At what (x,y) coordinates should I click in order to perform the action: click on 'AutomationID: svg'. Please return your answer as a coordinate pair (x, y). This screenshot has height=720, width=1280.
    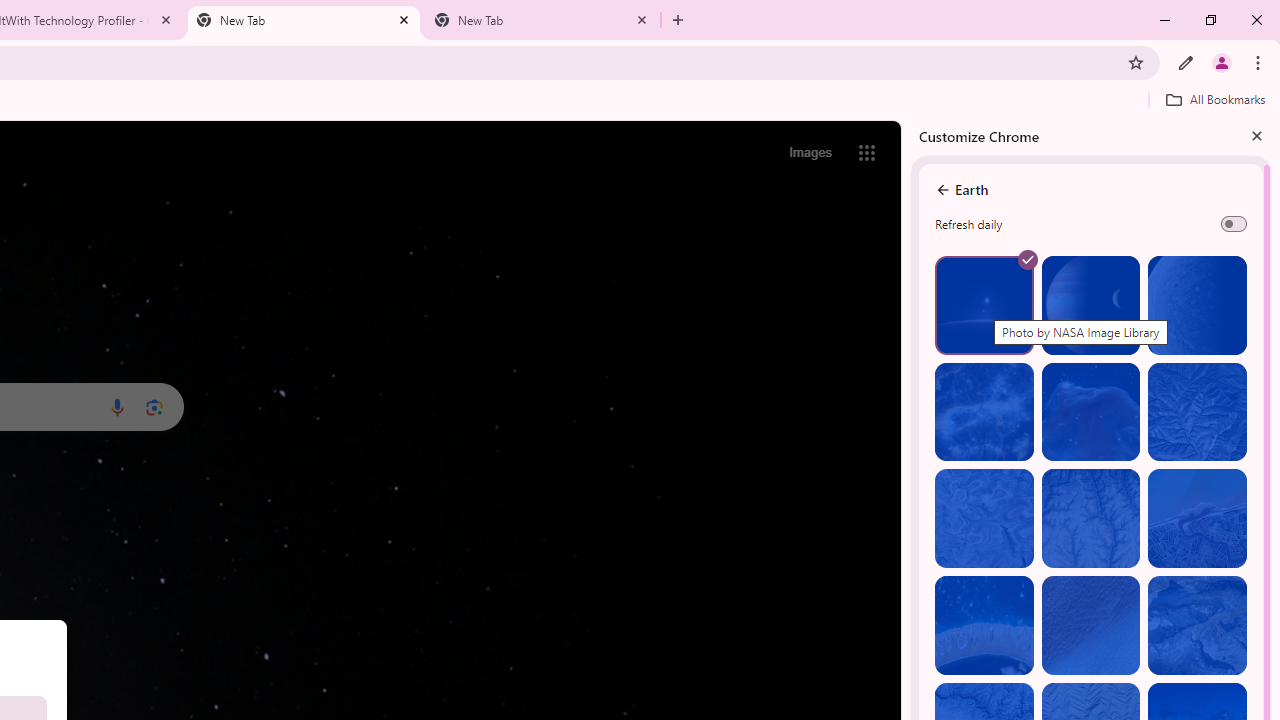
    Looking at the image, I should click on (1027, 258).